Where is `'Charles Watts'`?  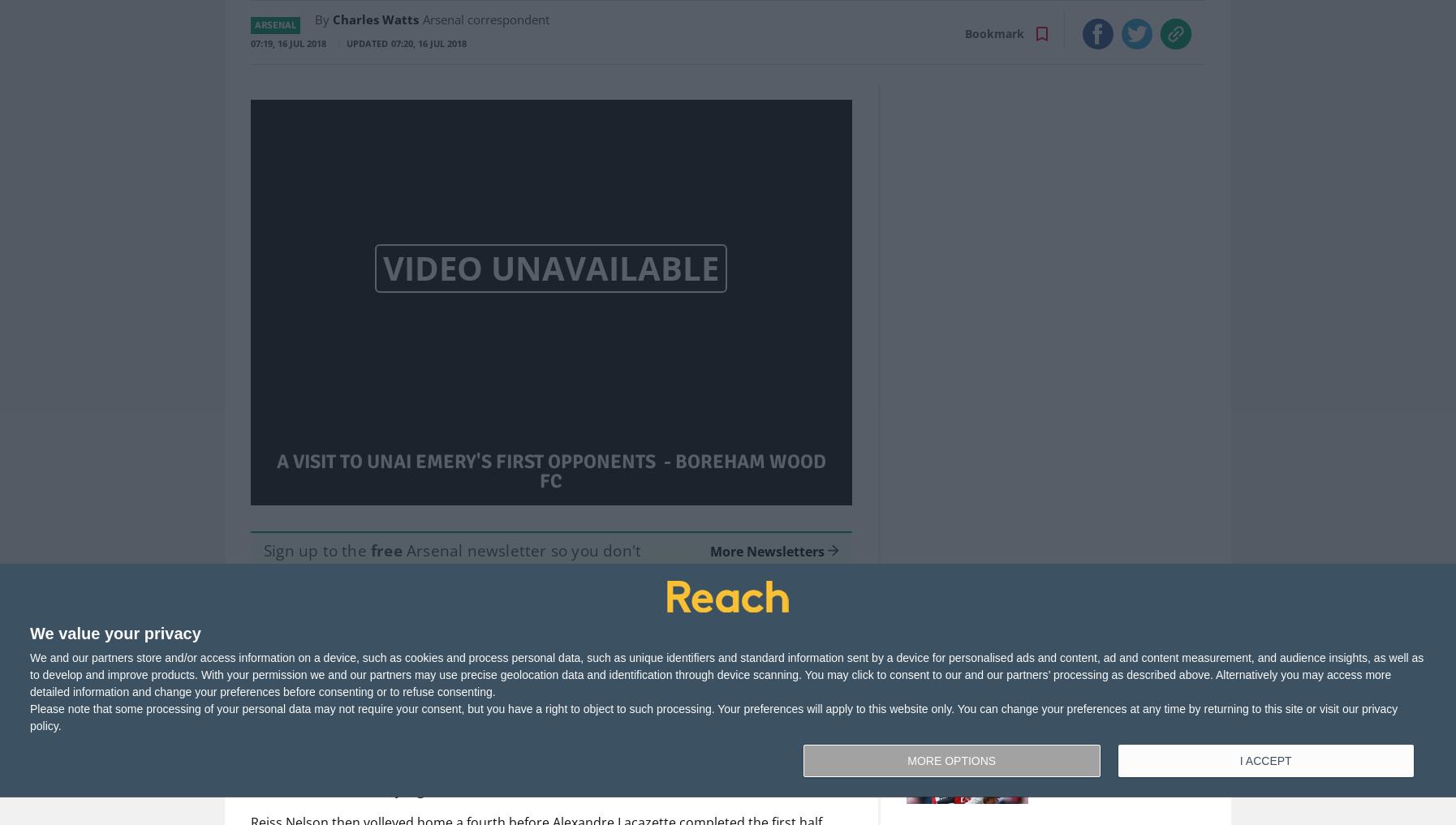 'Charles Watts' is located at coordinates (376, 17).